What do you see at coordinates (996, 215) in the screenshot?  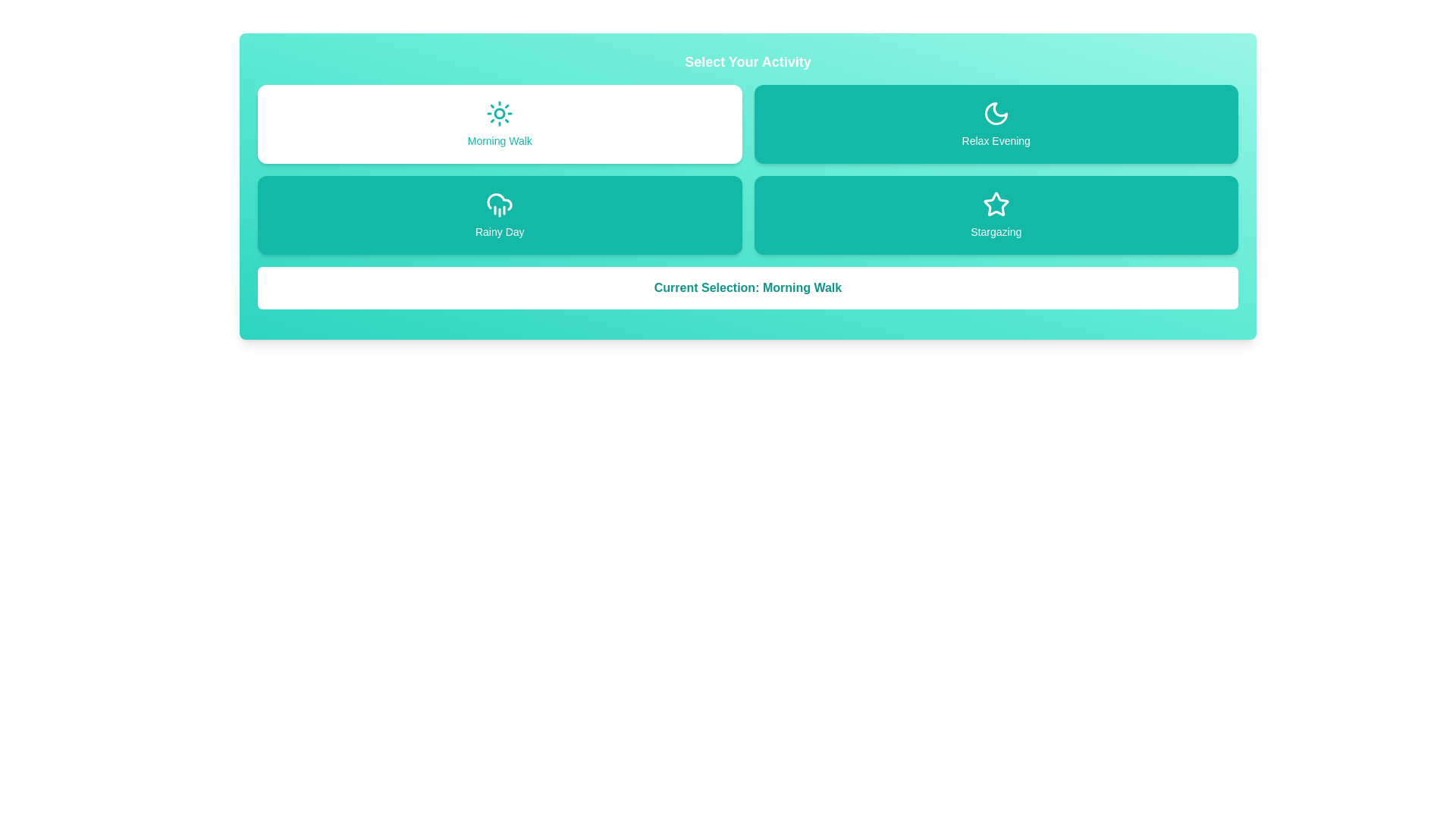 I see `the activity Stargazing by clicking on its button` at bounding box center [996, 215].